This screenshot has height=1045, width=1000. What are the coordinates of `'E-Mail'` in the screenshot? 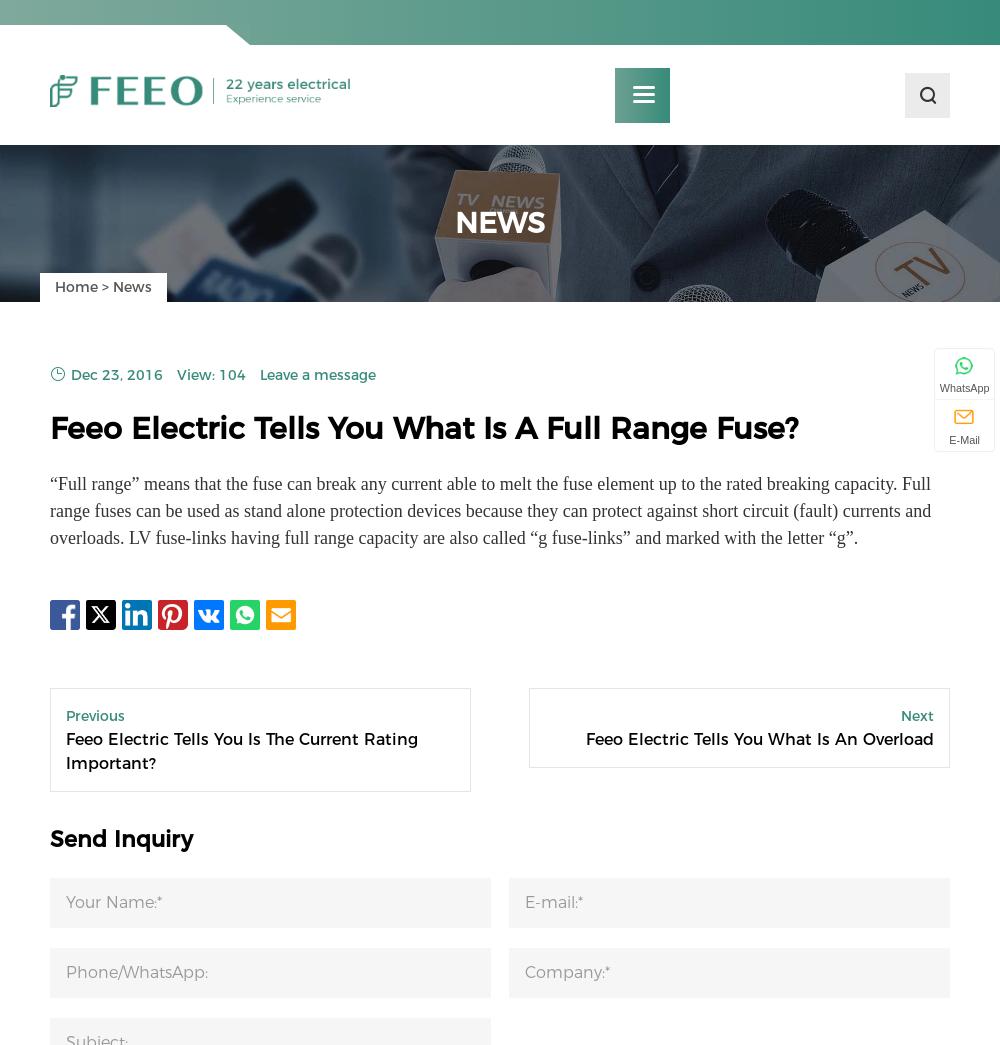 It's located at (963, 439).